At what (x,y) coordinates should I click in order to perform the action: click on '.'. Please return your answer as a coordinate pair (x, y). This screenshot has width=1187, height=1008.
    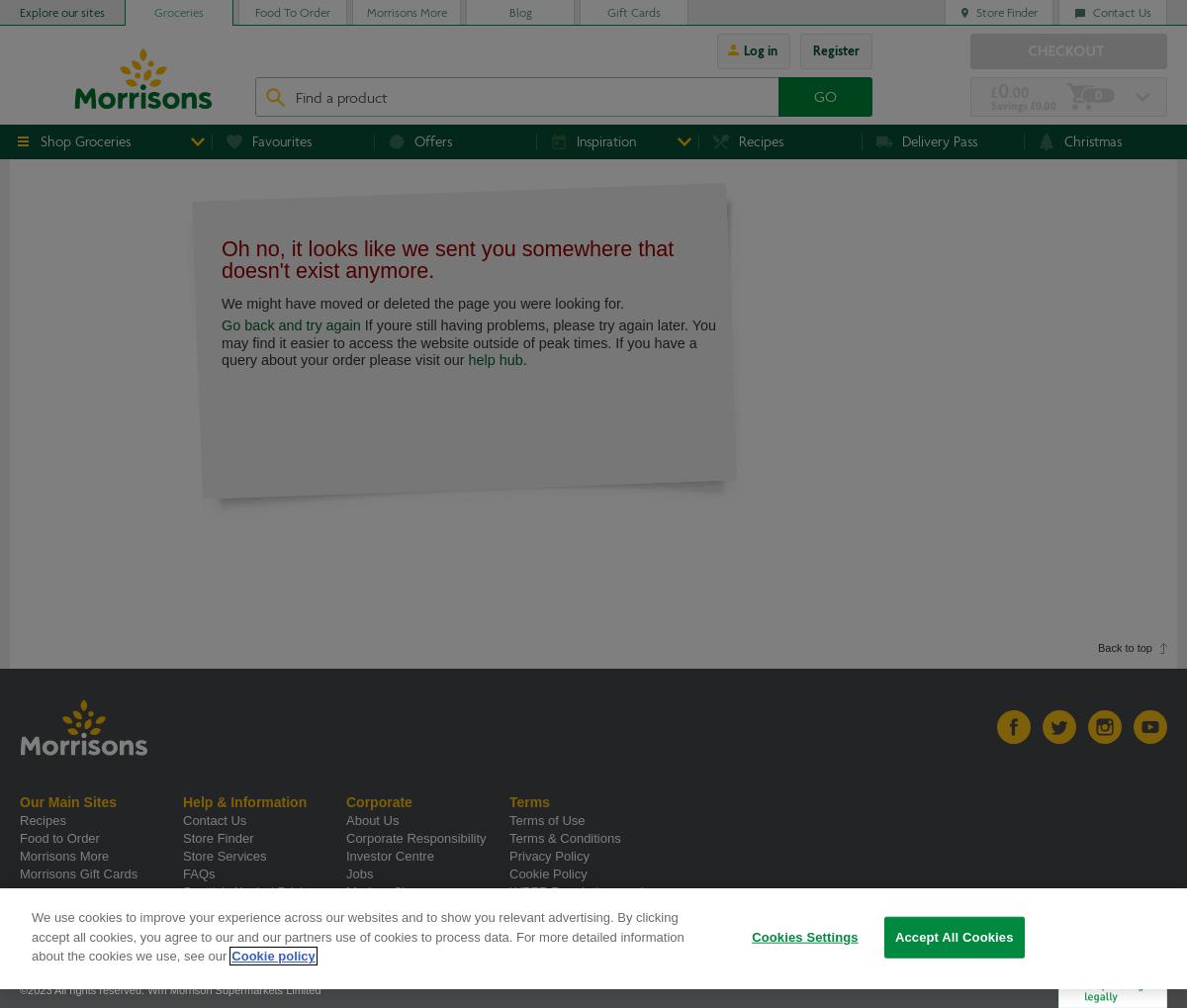
    Looking at the image, I should click on (523, 359).